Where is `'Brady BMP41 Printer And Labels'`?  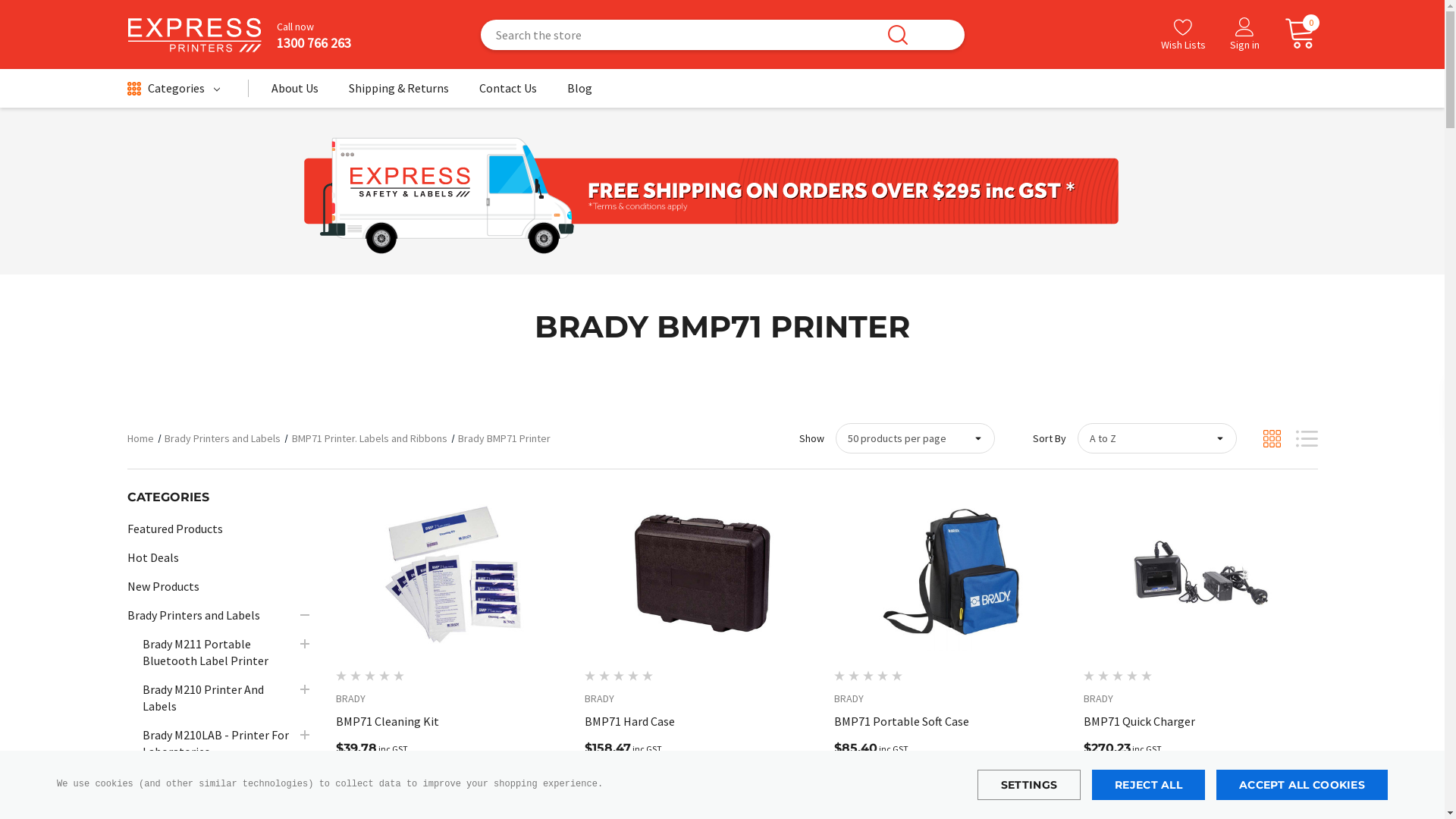 'Brady BMP41 Printer And Labels' is located at coordinates (142, 788).